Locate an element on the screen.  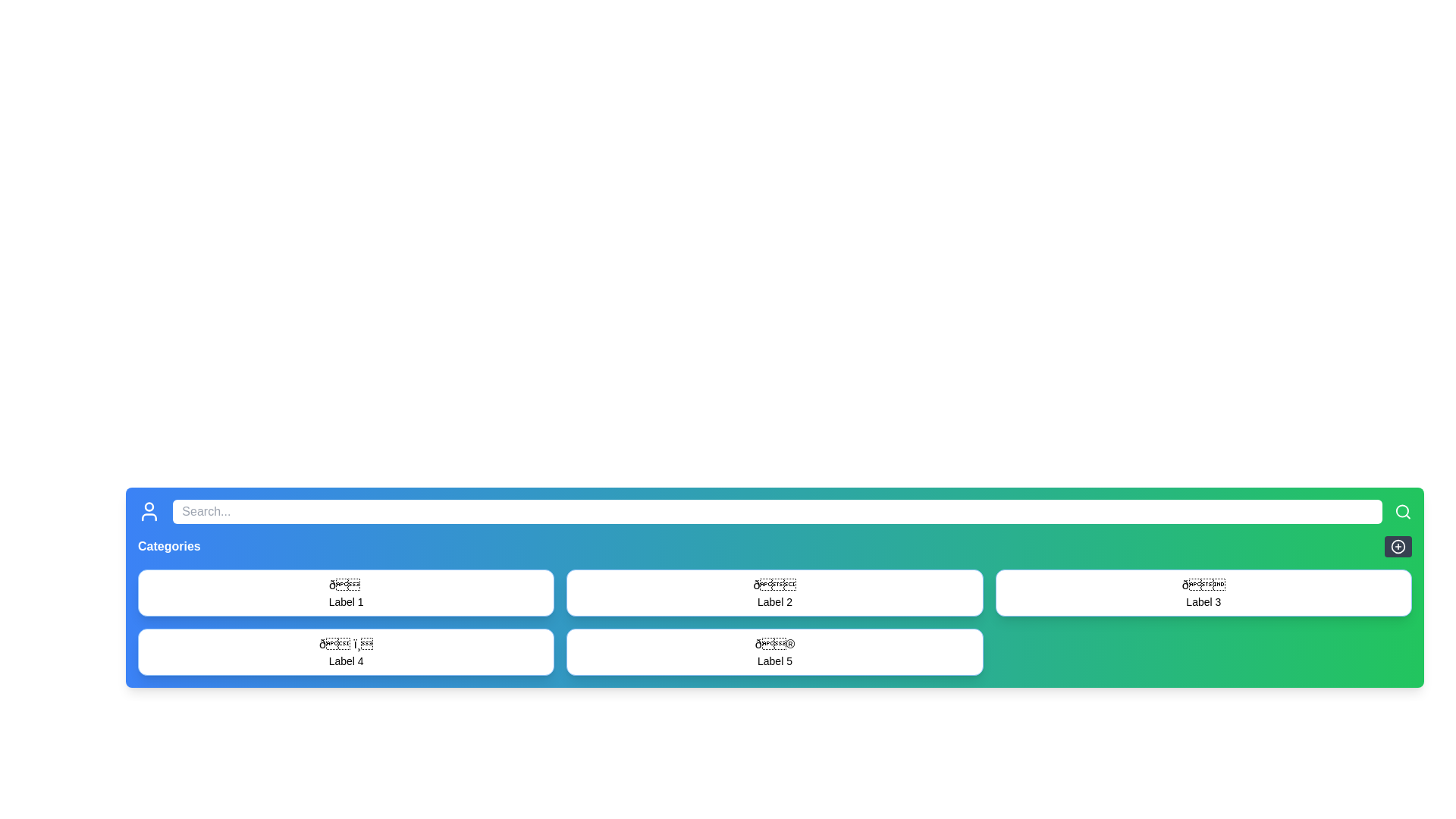
the user profile icon, which is a silhouette of a person in a simple outline design over a blue background is located at coordinates (149, 512).